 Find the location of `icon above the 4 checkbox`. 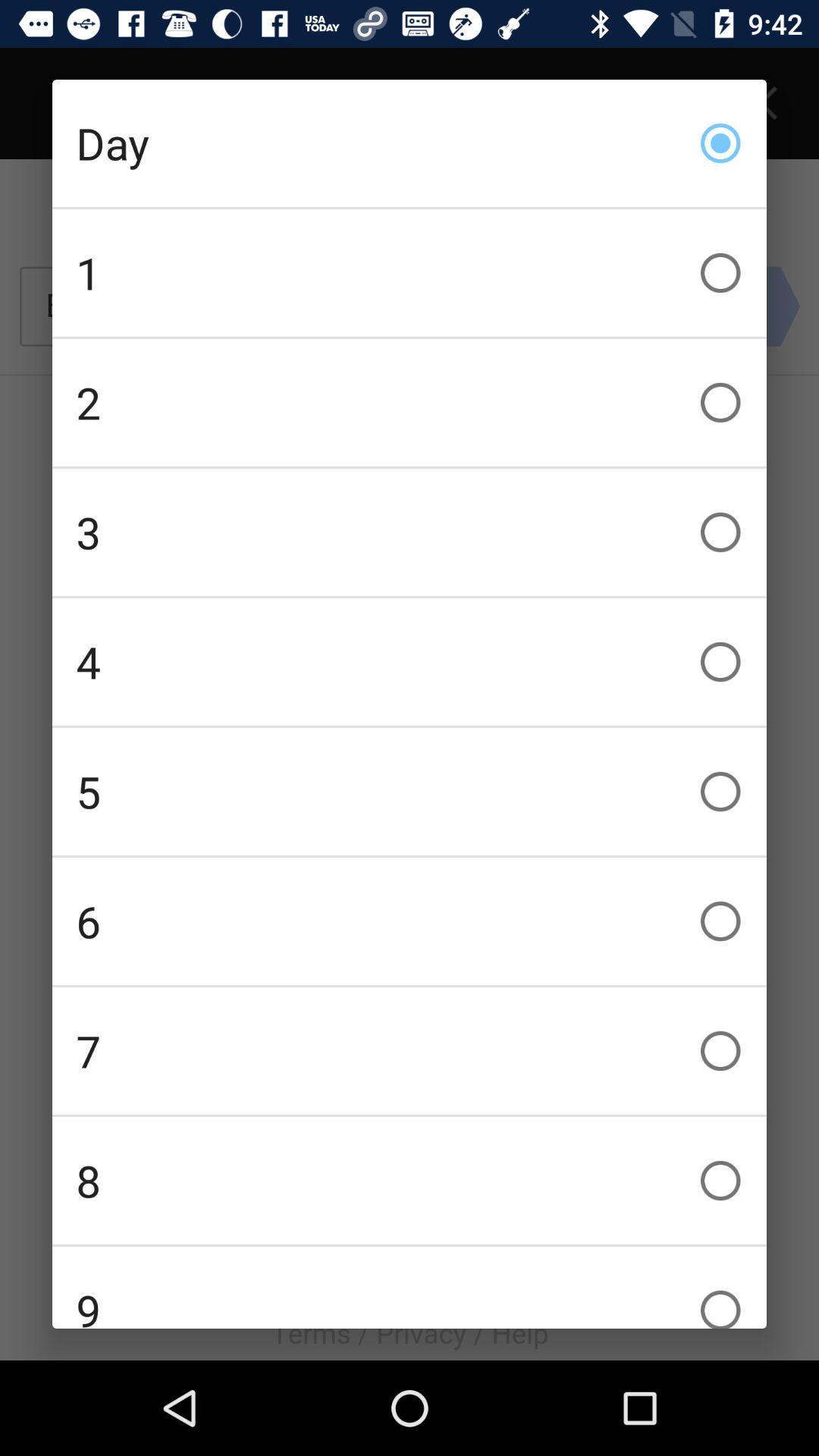

icon above the 4 checkbox is located at coordinates (409, 532).